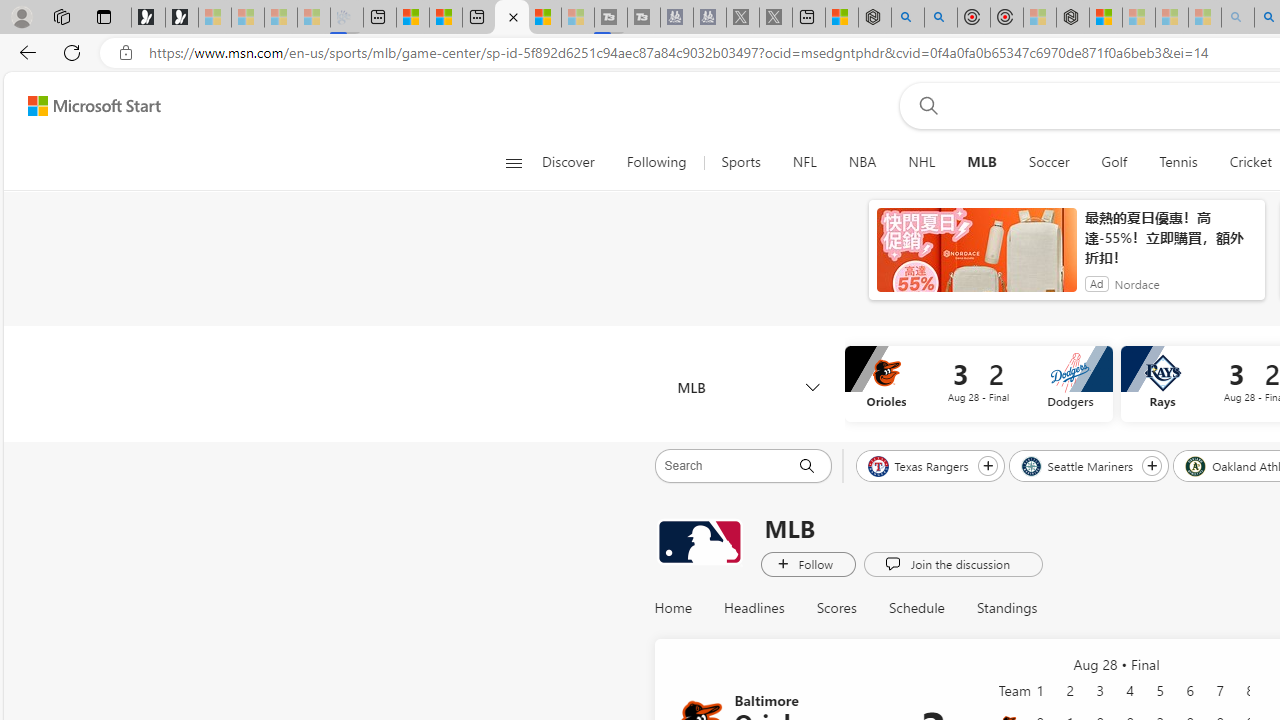 Image resolution: width=1280 pixels, height=720 pixels. I want to click on 'NFL', so click(804, 162).